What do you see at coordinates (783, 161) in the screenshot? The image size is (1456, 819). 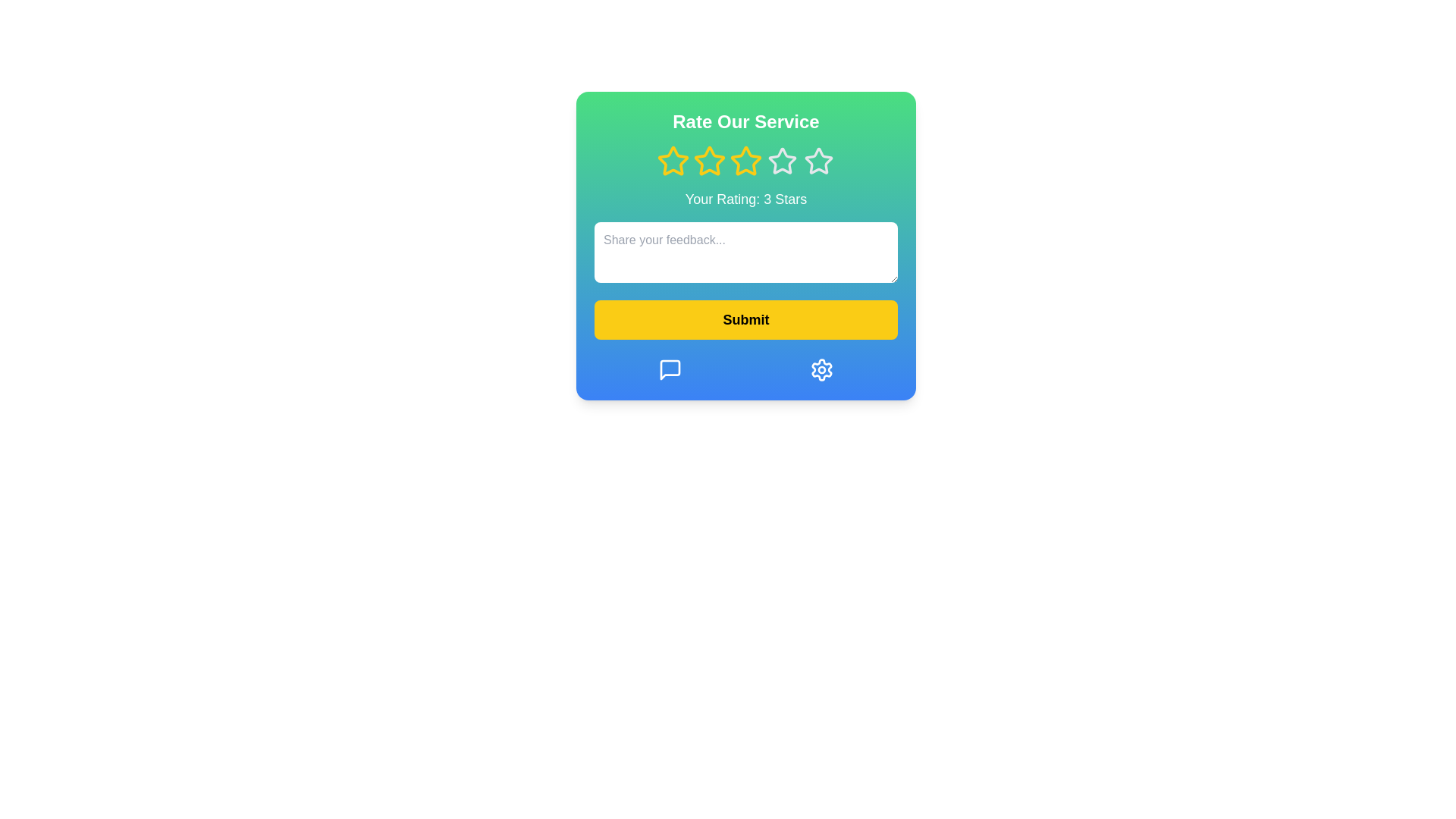 I see `the third star icon in the rating mechanism` at bounding box center [783, 161].